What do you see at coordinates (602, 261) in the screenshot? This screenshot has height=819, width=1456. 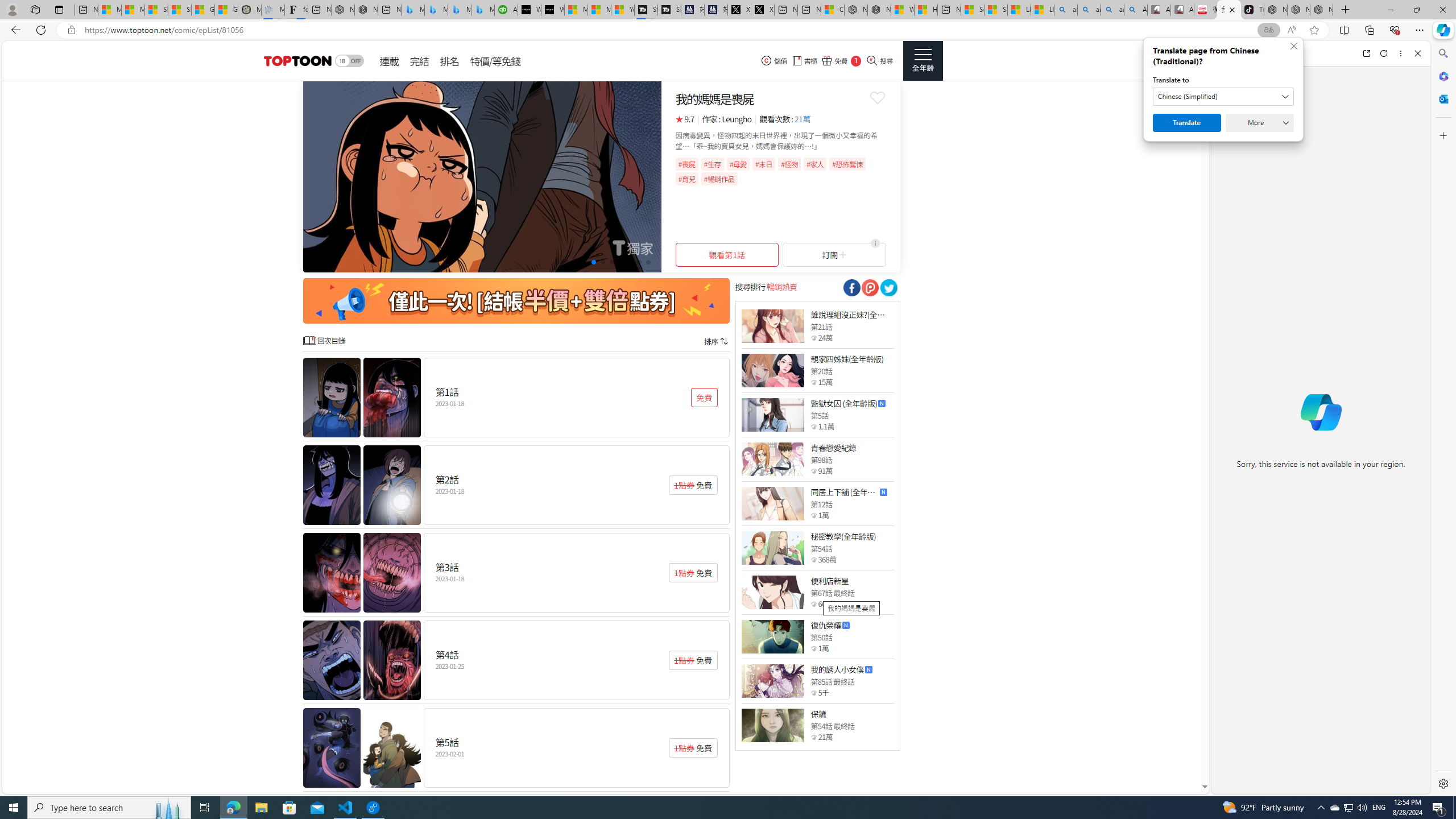 I see `'Go to slide 5'` at bounding box center [602, 261].